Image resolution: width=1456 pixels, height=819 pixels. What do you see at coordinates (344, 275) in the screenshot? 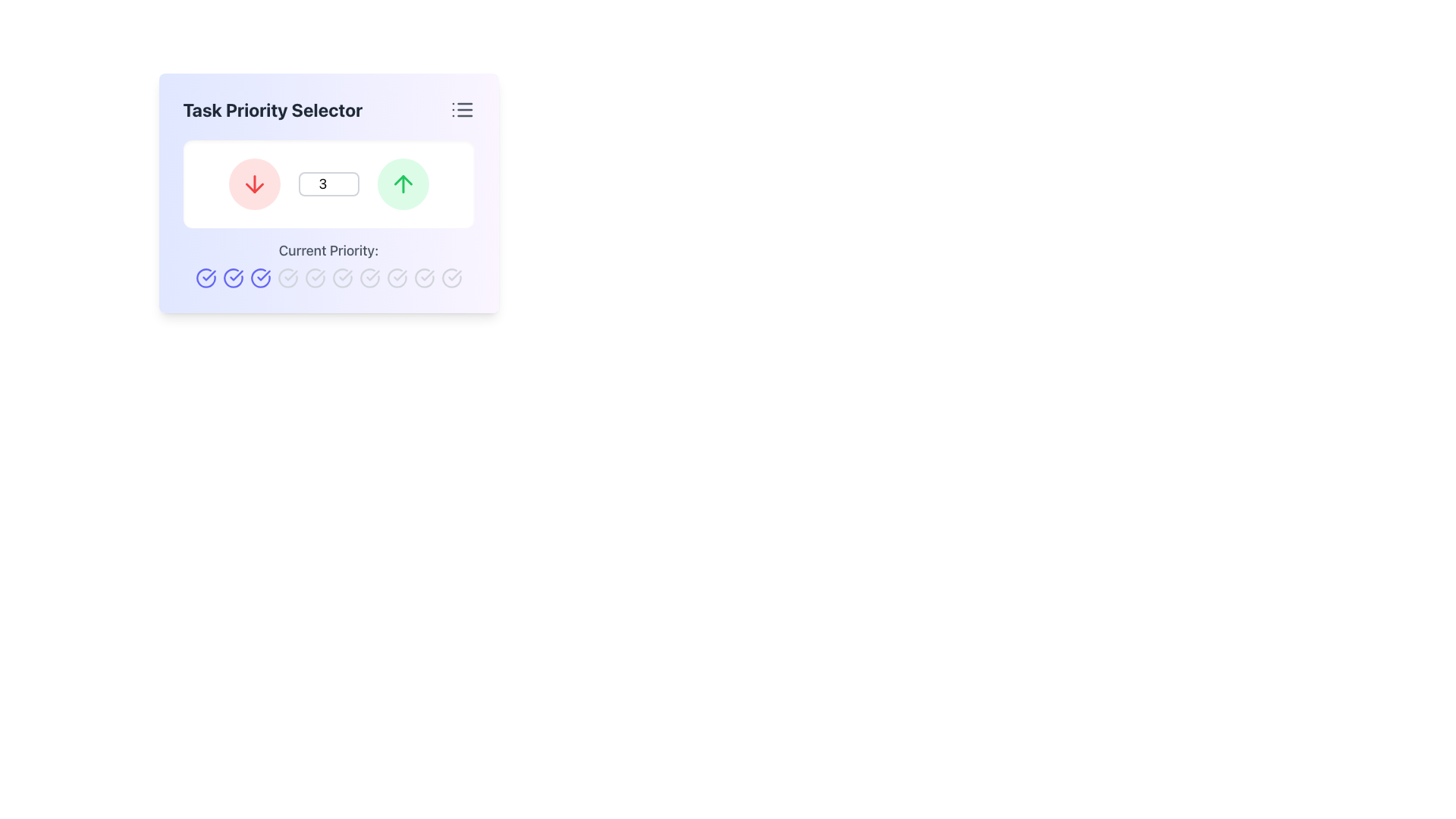
I see `the check mark icon element` at bounding box center [344, 275].